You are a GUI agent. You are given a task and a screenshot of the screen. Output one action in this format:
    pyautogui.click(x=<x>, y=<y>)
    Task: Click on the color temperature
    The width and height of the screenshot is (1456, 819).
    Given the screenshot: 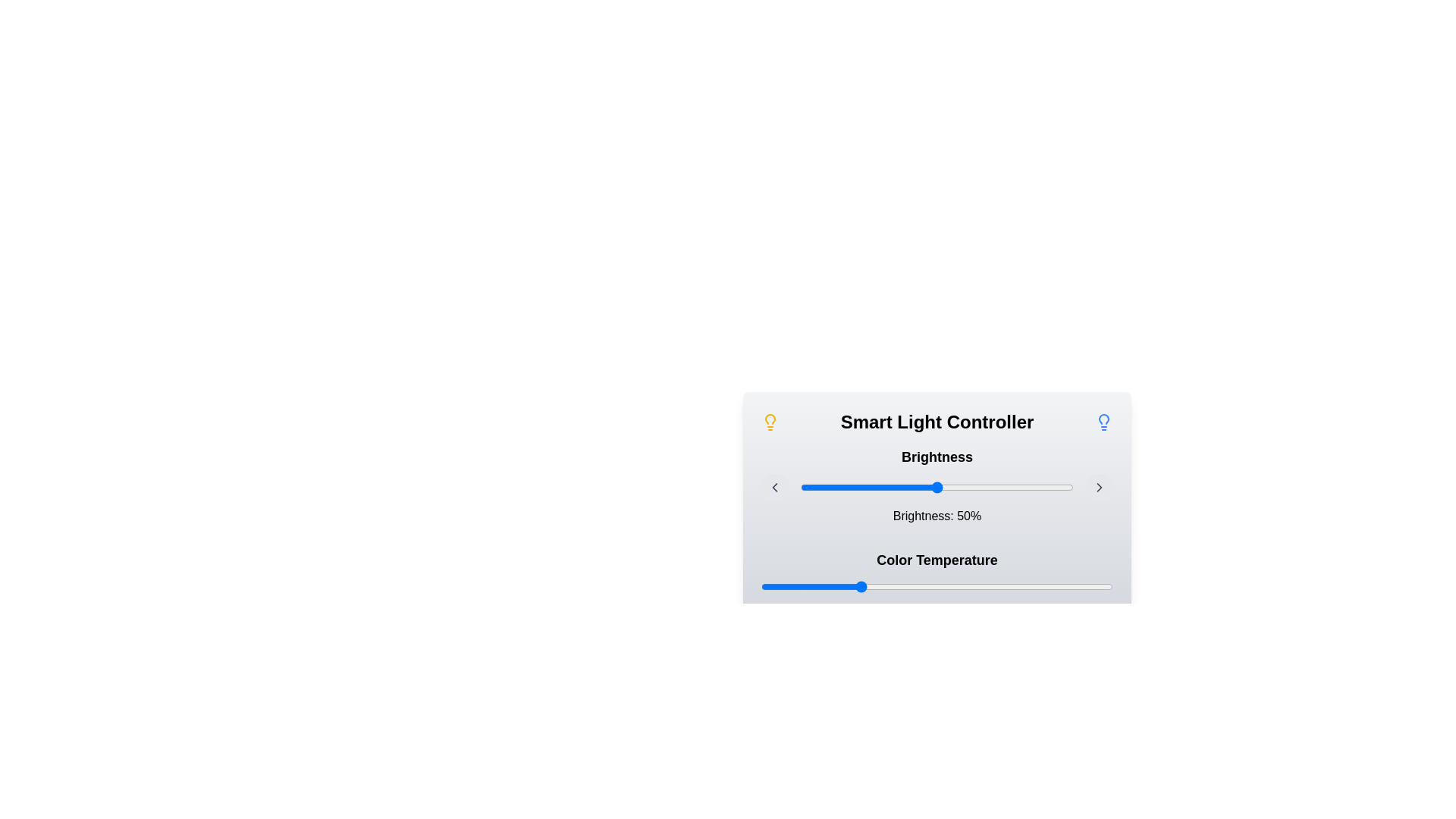 What is the action you would take?
    pyautogui.click(x=767, y=586)
    